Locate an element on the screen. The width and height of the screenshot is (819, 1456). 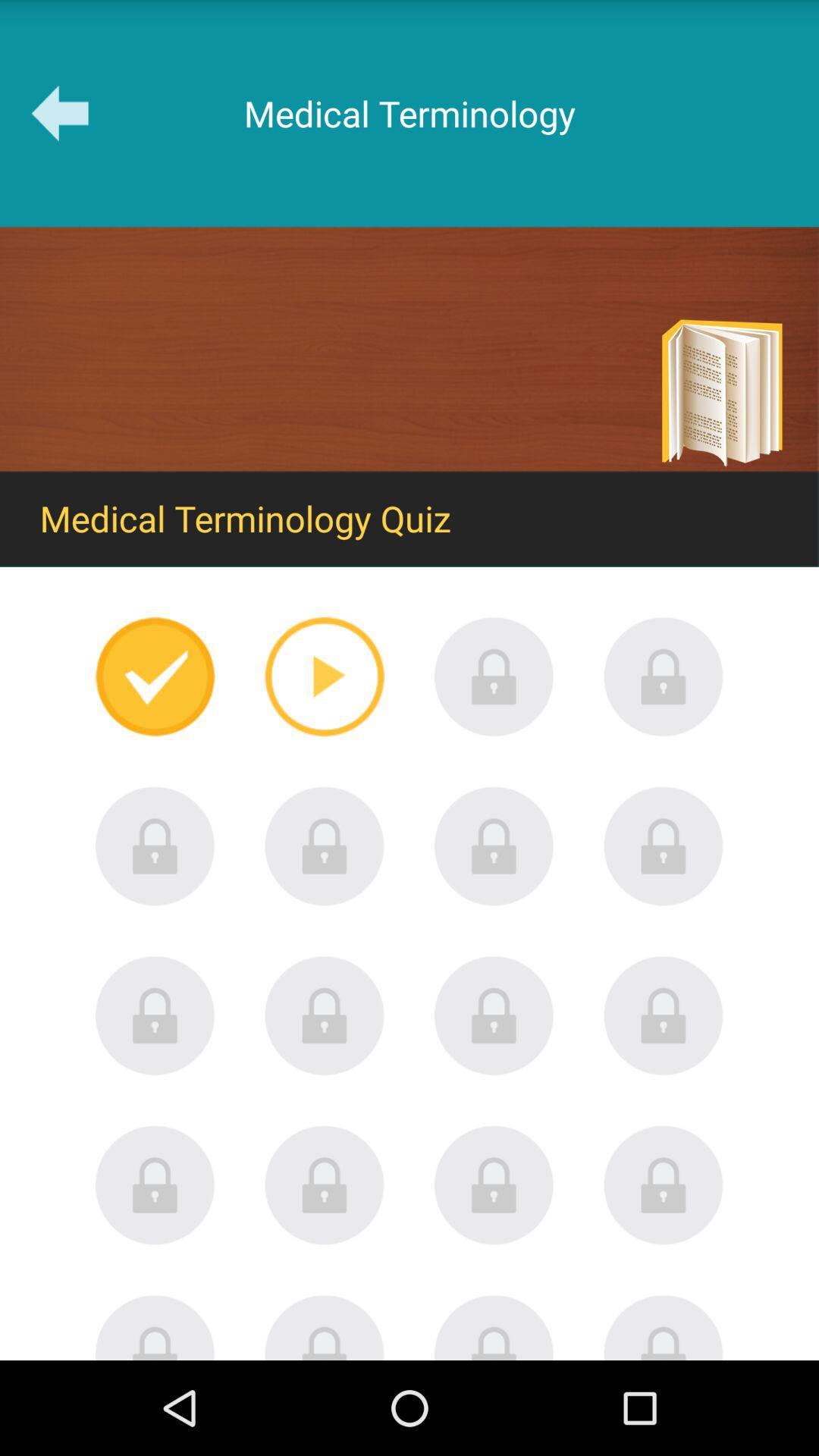
the lock icon is located at coordinates (494, 723).